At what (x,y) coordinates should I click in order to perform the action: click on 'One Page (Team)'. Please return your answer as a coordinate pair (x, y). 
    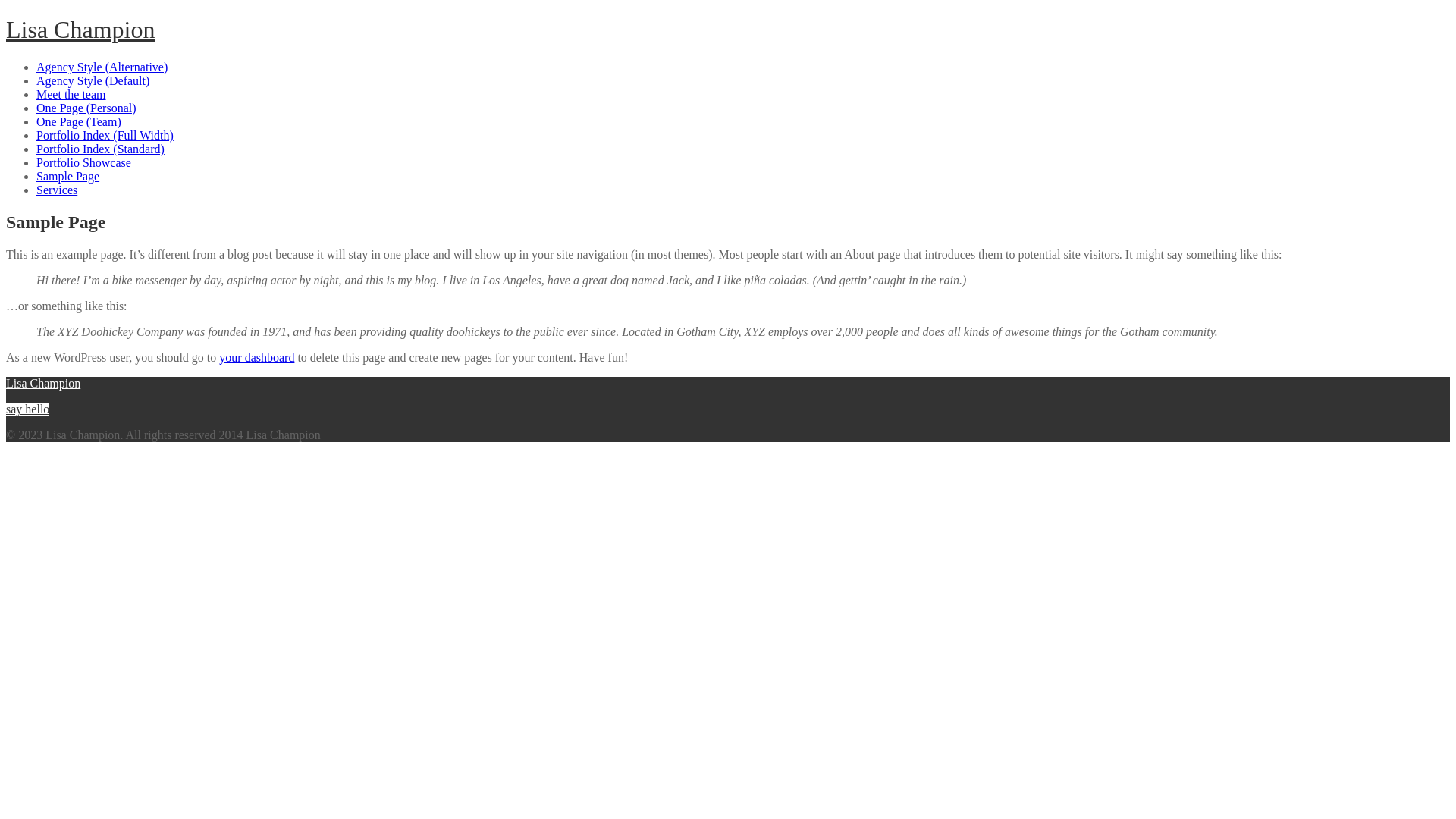
    Looking at the image, I should click on (36, 121).